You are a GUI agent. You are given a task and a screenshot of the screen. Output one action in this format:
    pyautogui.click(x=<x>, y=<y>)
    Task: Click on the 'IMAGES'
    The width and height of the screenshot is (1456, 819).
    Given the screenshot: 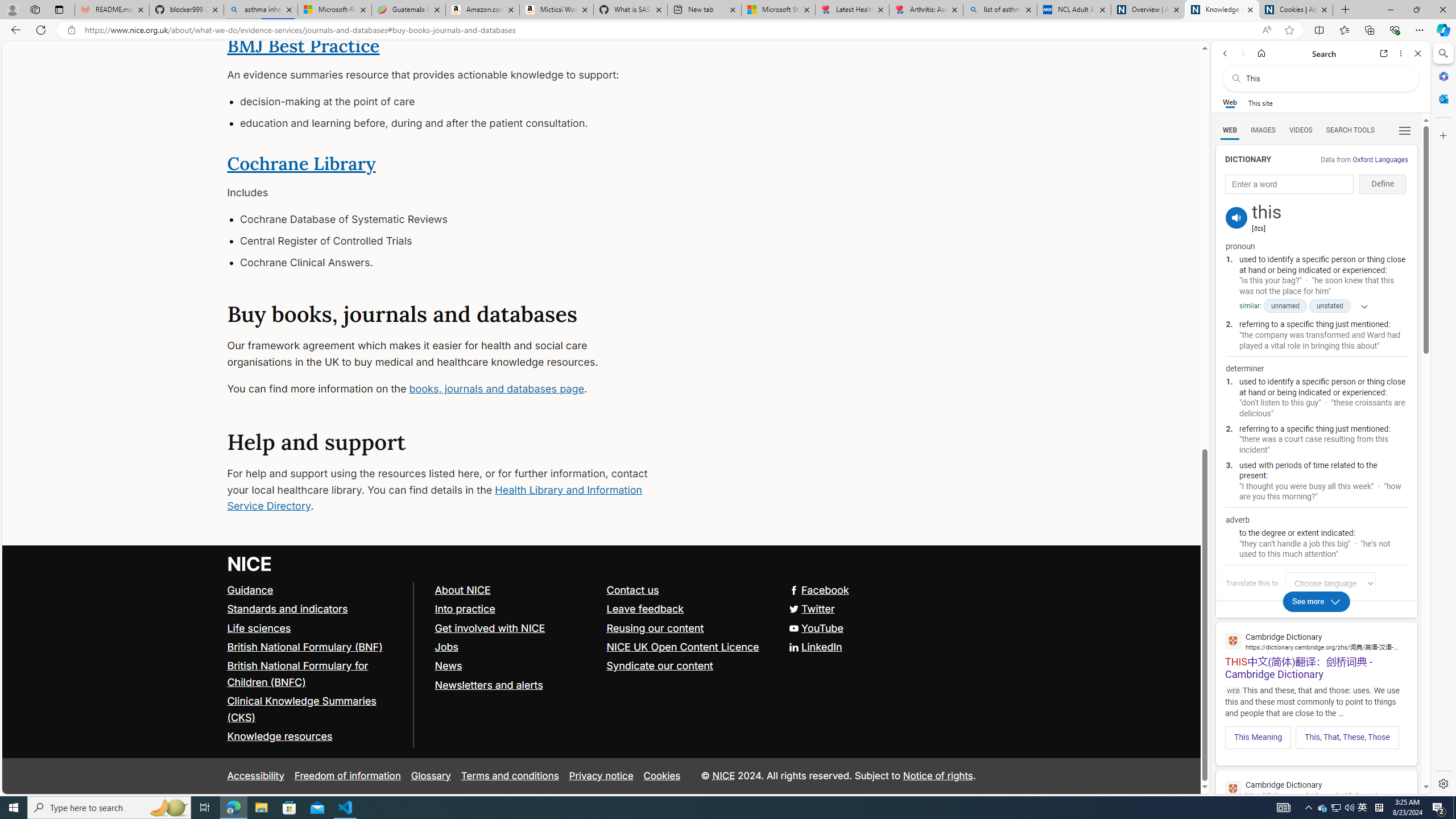 What is the action you would take?
    pyautogui.click(x=1262, y=130)
    